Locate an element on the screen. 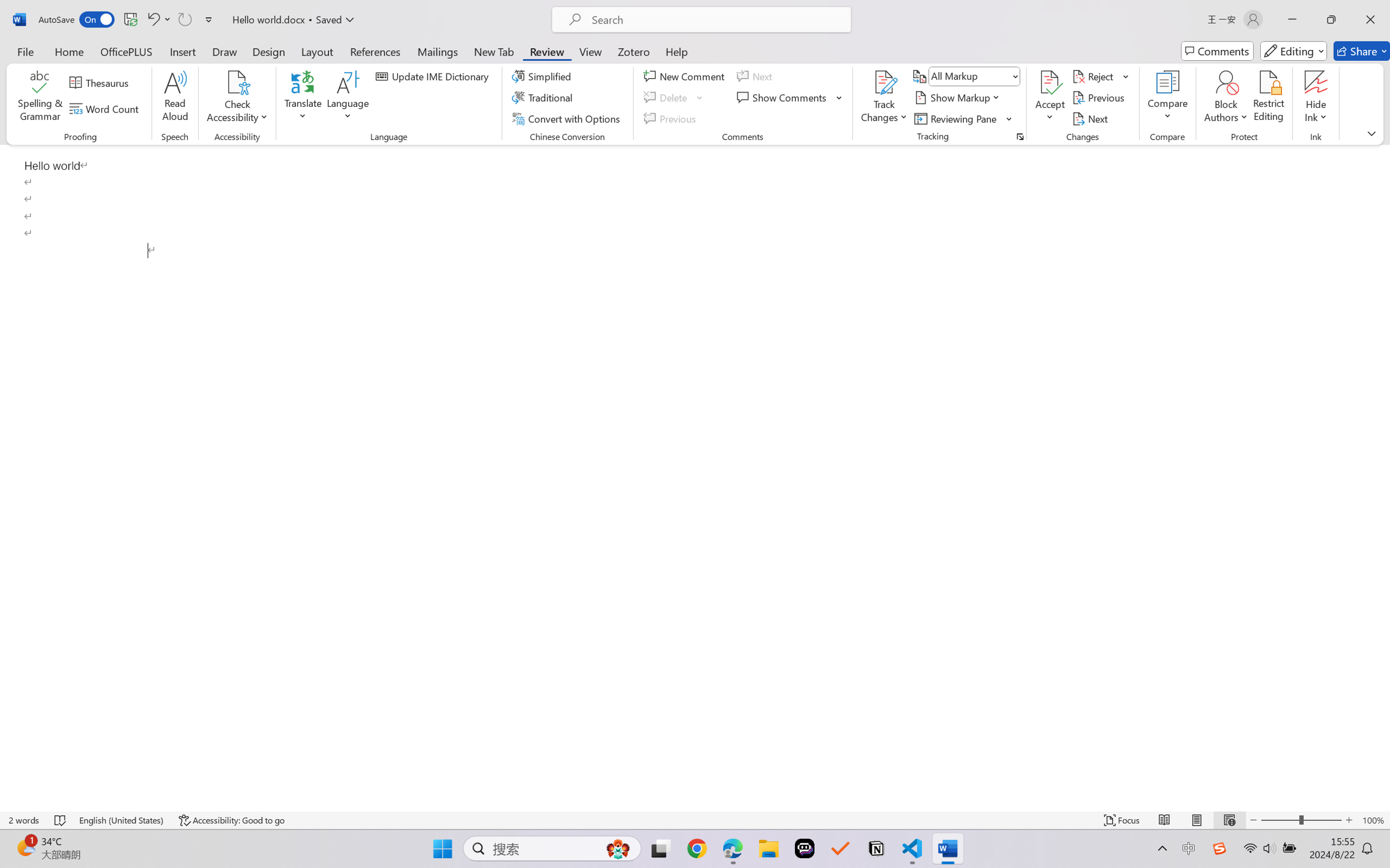 The image size is (1390, 868). 'Hide Ink' is located at coordinates (1316, 98).